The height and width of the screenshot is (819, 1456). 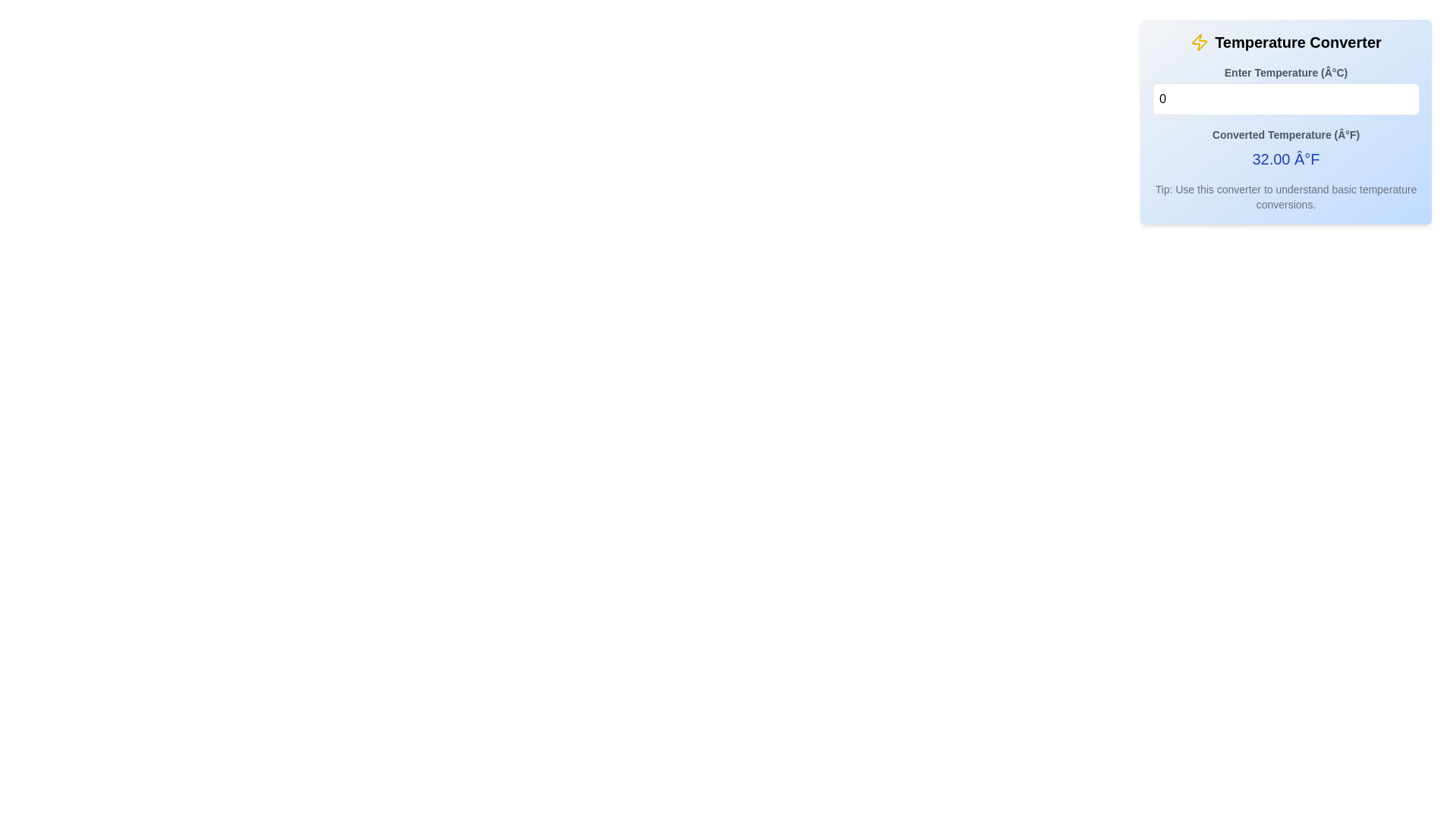 What do you see at coordinates (1285, 158) in the screenshot?
I see `the static text label that displays the converted temperature in Fahrenheit, located beneath 'Converted Temperature (°F)'` at bounding box center [1285, 158].